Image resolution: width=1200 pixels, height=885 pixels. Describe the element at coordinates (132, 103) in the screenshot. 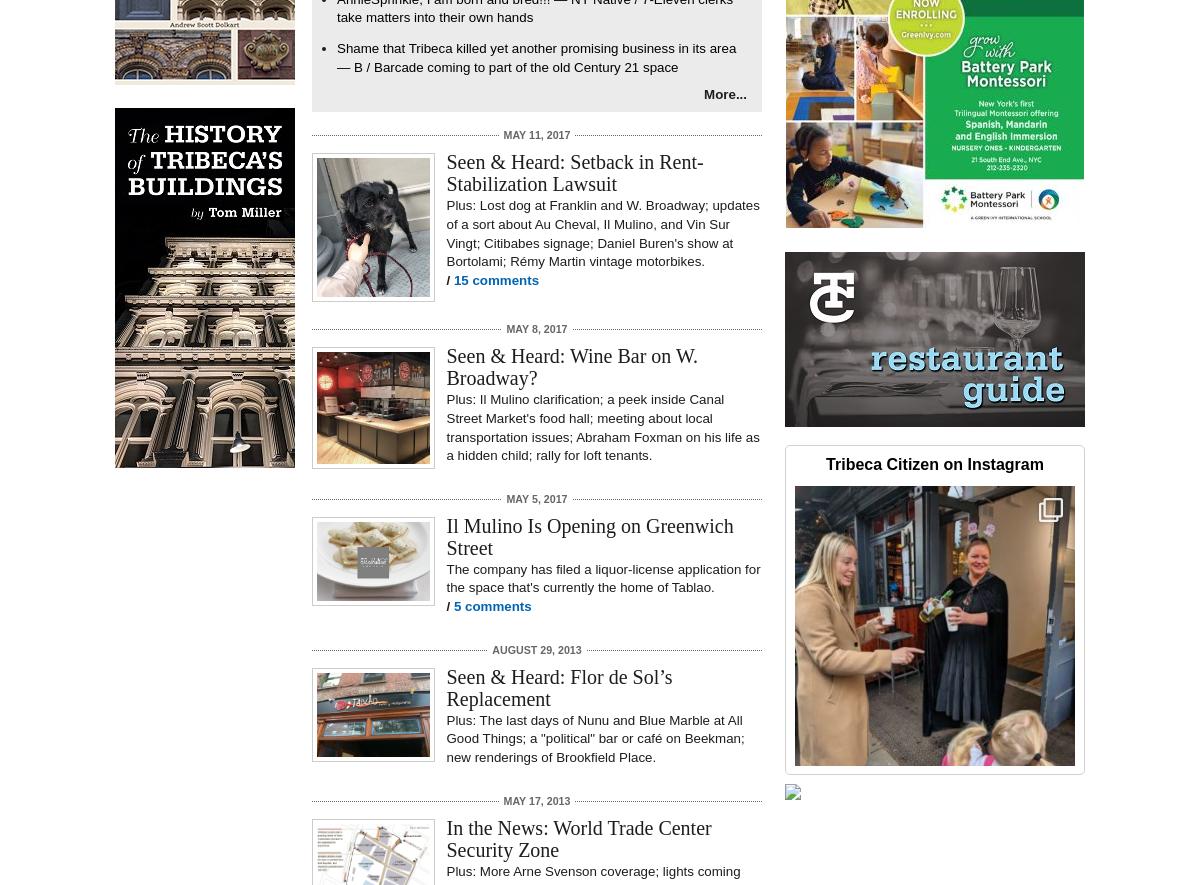

I see `'History of Tribeca Buildings'` at that location.